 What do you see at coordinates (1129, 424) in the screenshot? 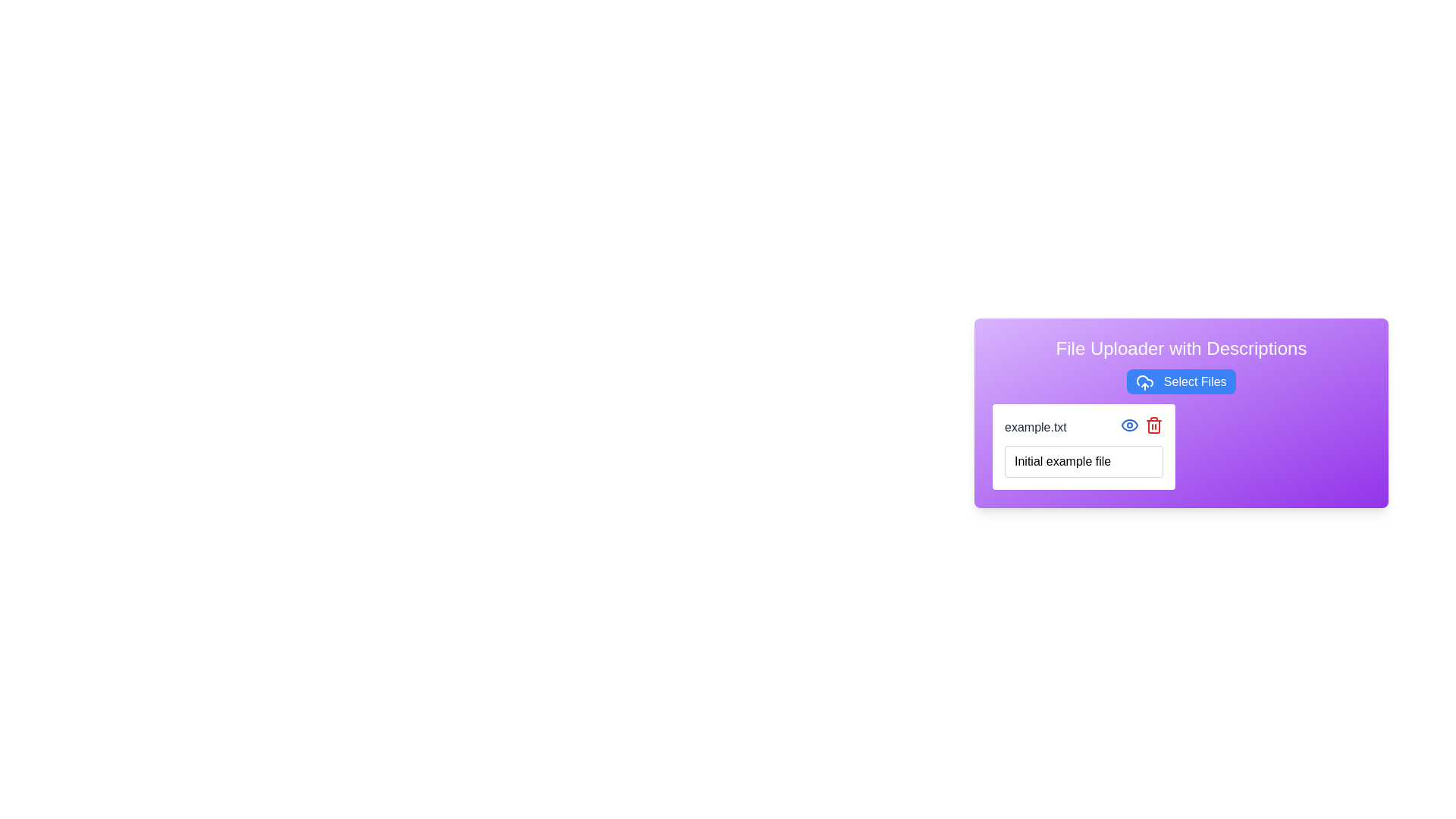
I see `the outer shape of the blue eye icon located next to the file name 'example.txt' in the file uploader interface` at bounding box center [1129, 424].